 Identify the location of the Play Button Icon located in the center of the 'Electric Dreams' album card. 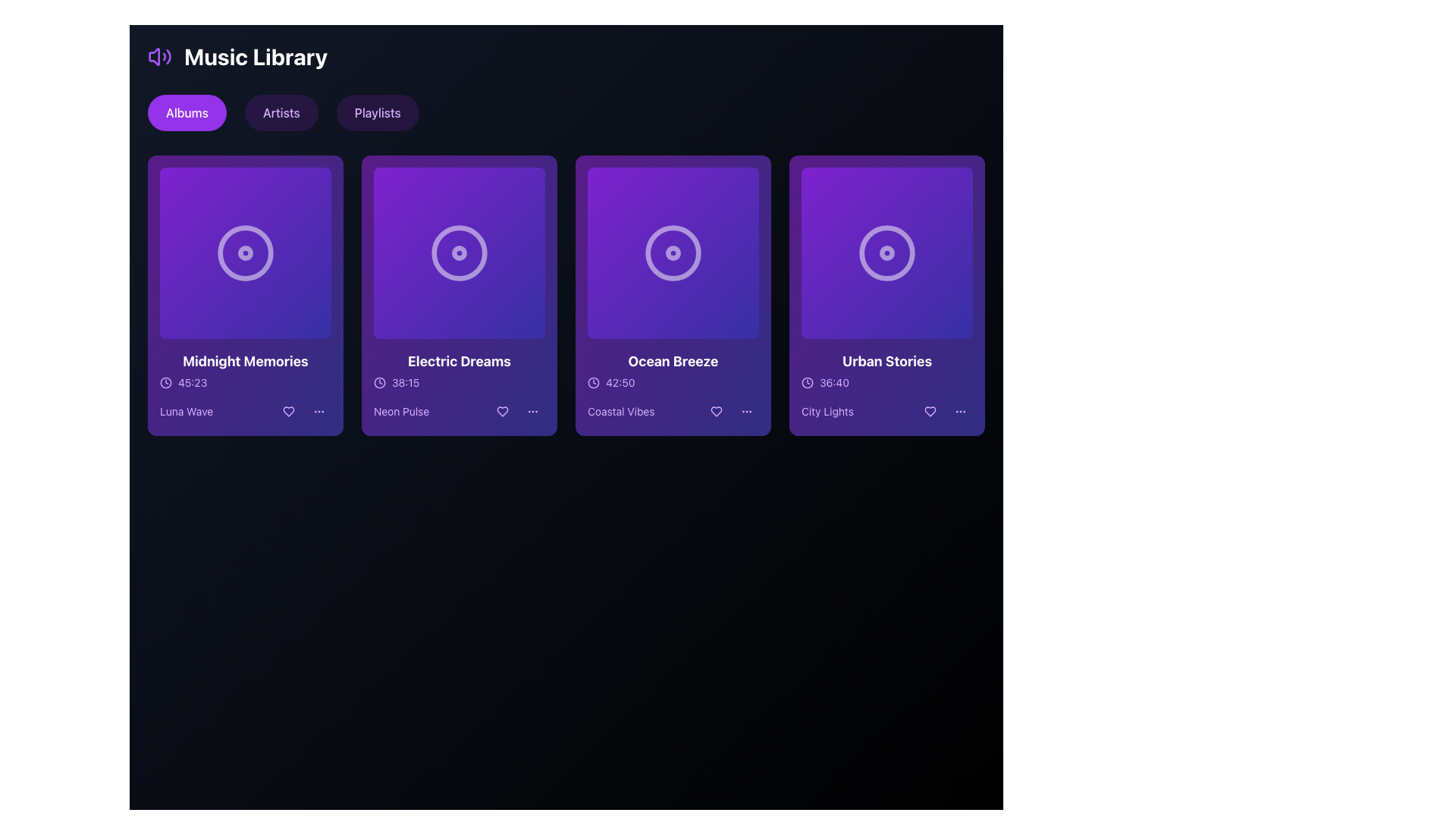
(458, 253).